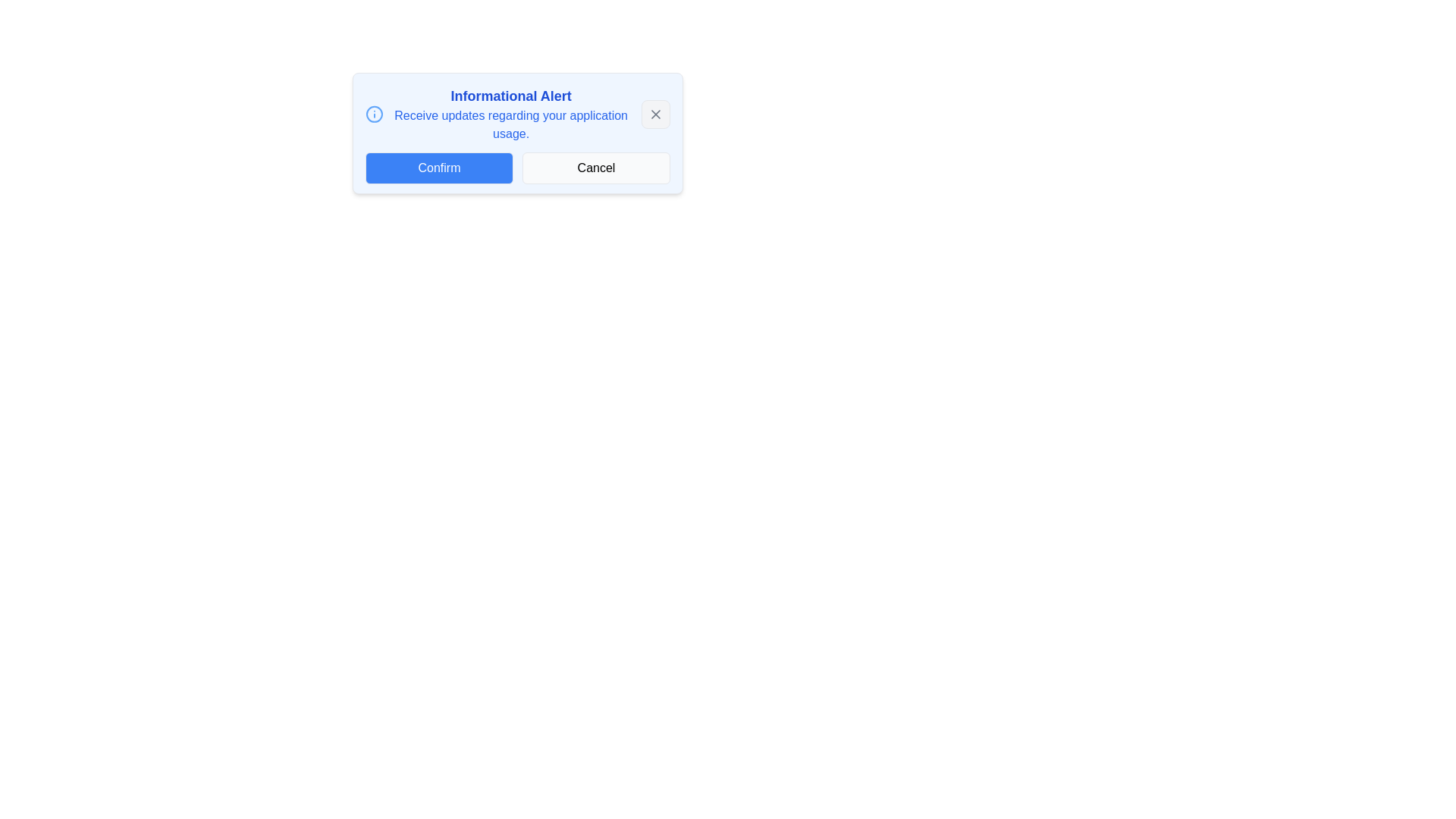  I want to click on the cancellation button, which is the second button in a horizontal layout next to the 'Confirm' button, to change its background style, so click(595, 168).